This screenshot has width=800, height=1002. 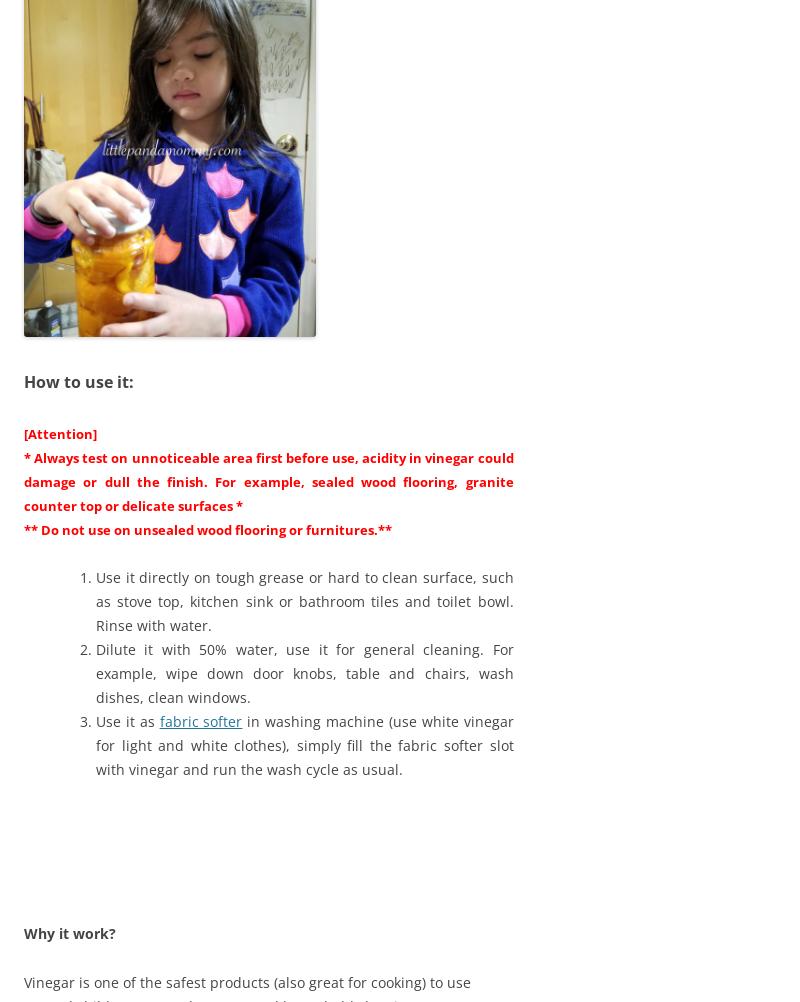 I want to click on 'Use it as', so click(x=126, y=720).